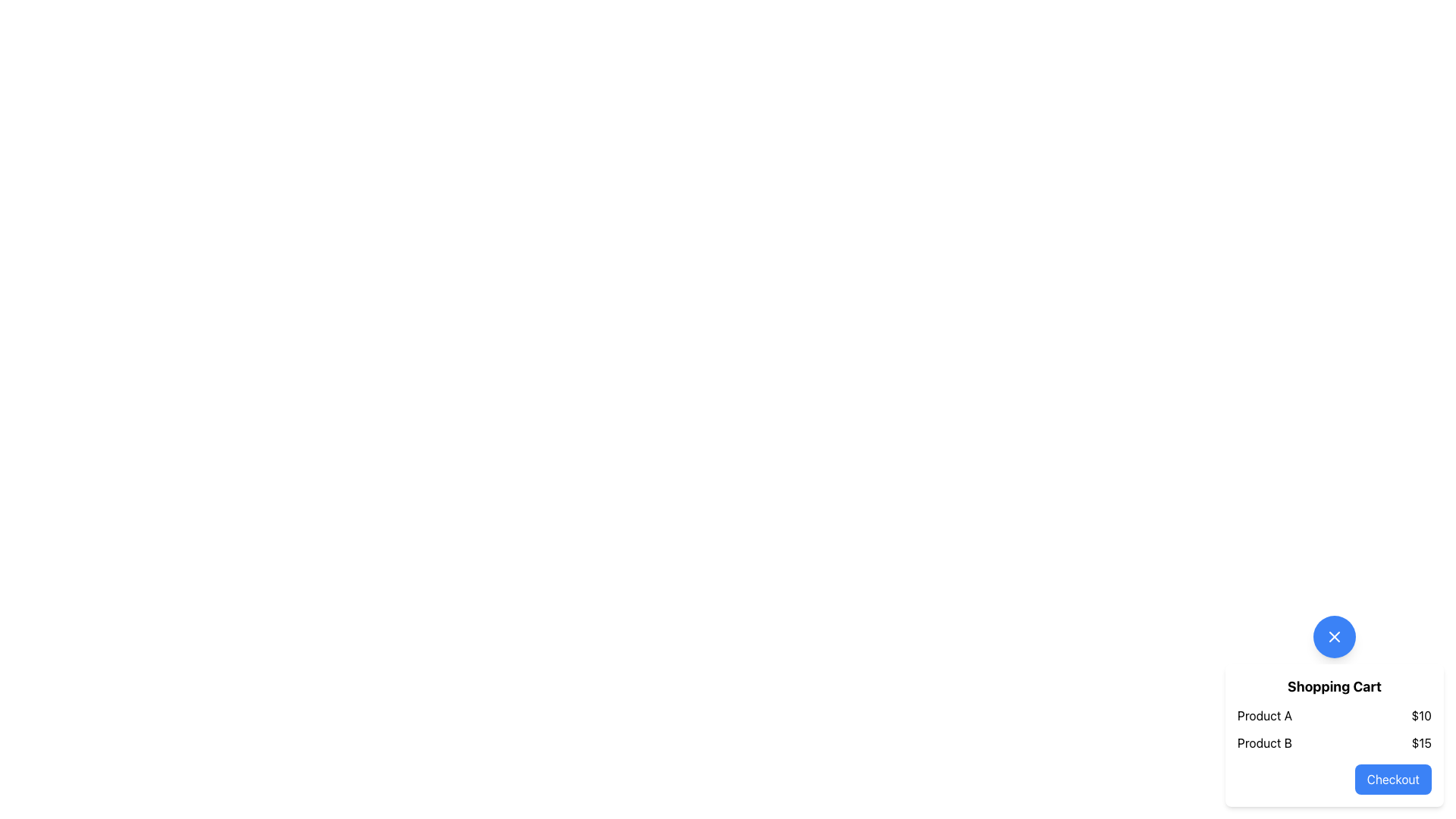 The height and width of the screenshot is (819, 1456). Describe the element at coordinates (1335, 687) in the screenshot. I see `the 'Shopping Cart' text label displayed in bold at the top of the white card to invoke hover effects` at that location.